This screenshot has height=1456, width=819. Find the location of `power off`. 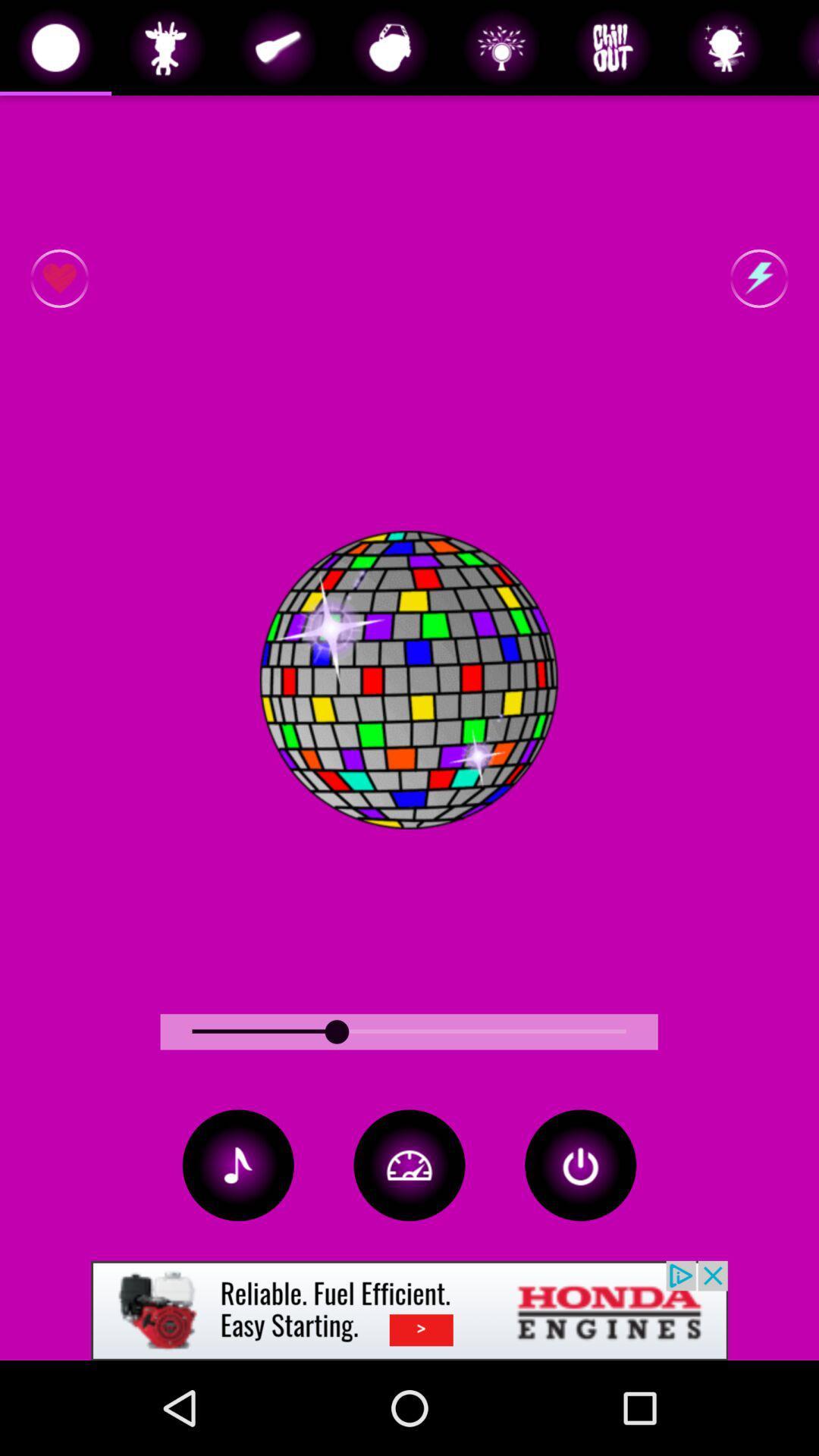

power off is located at coordinates (580, 1164).